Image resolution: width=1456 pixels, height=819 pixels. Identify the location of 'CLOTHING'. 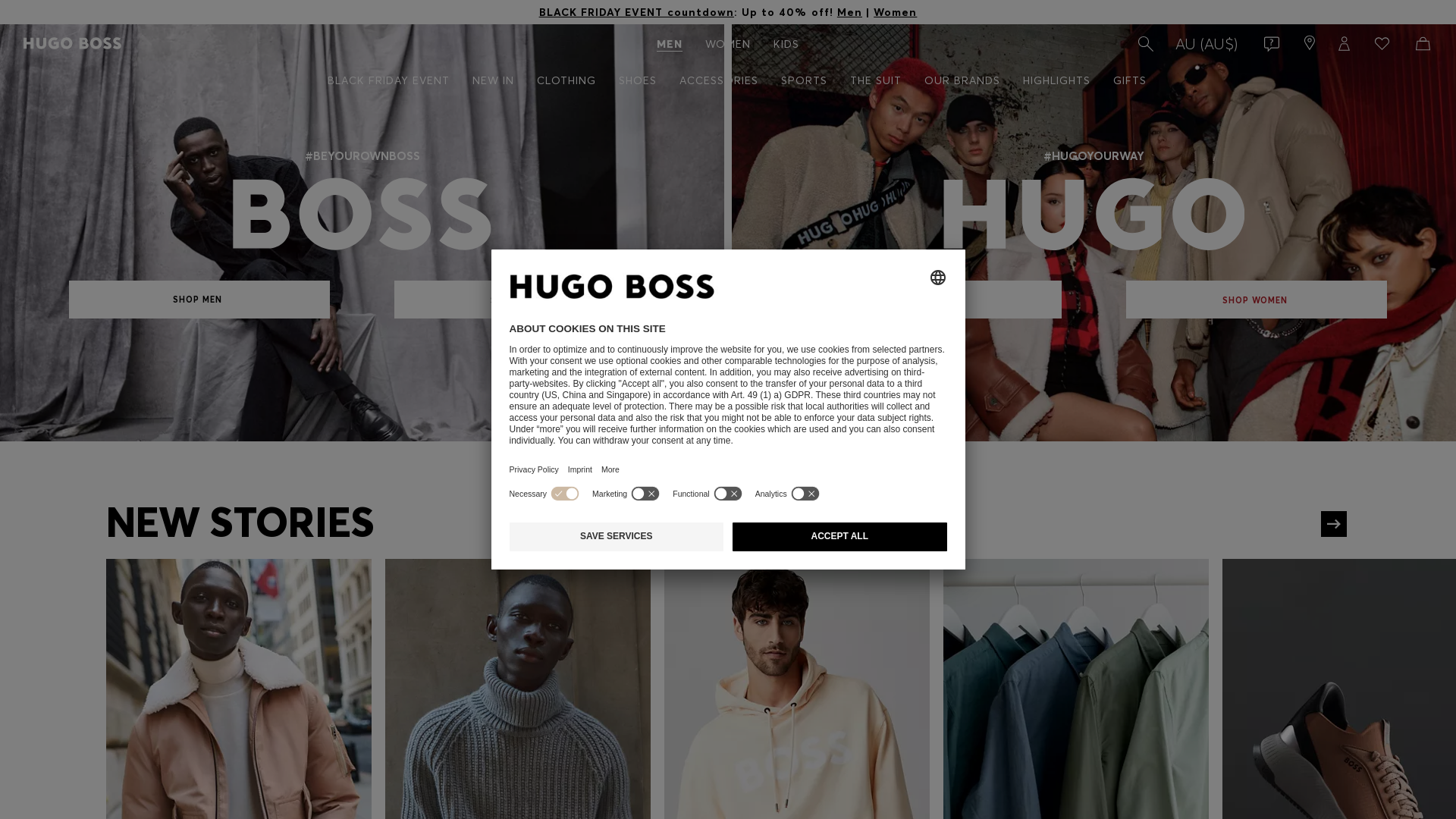
(564, 80).